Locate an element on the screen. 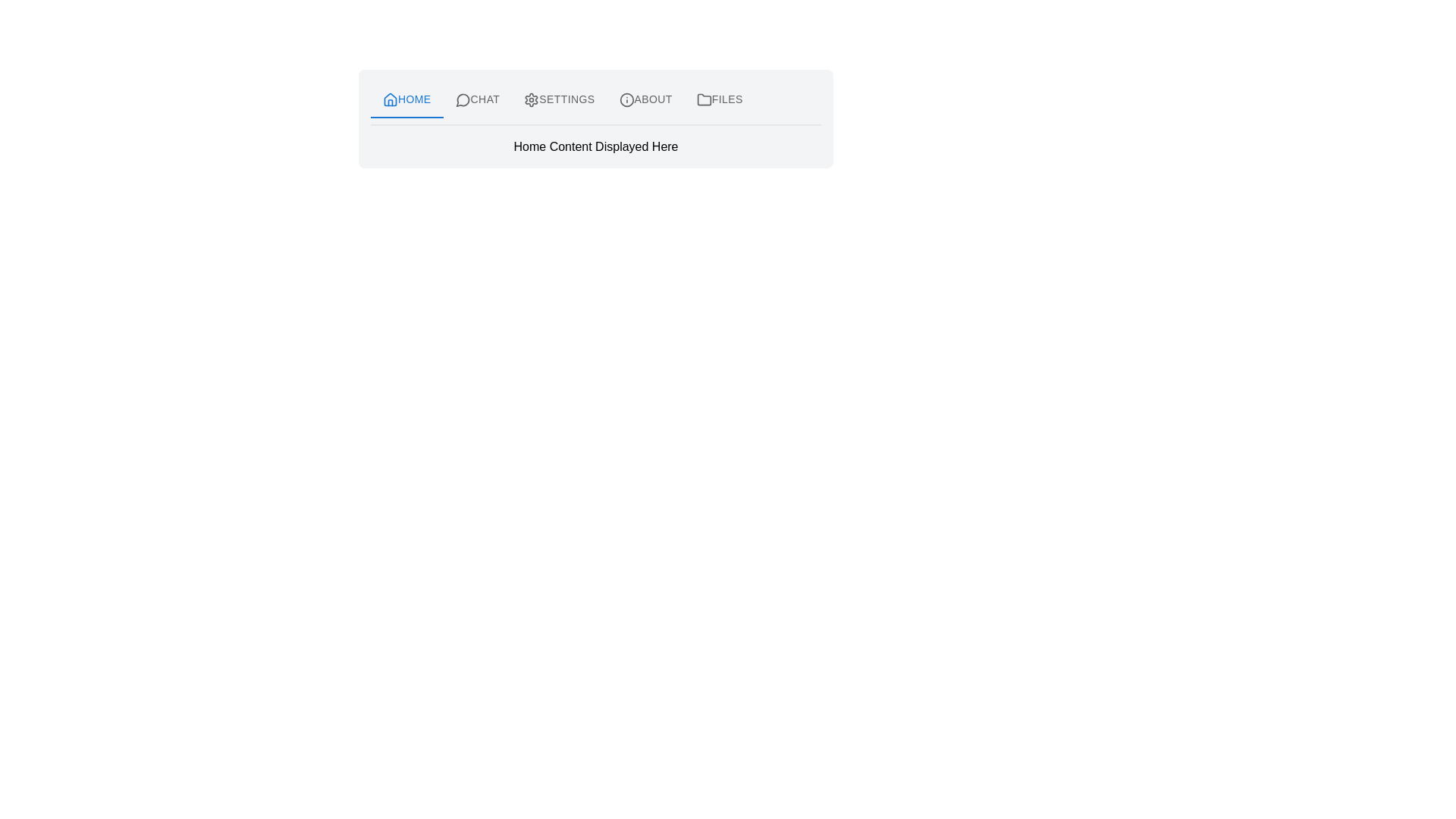 This screenshot has height=819, width=1456. the decorative graphical element that is part of a circular icon, located in the navigation bar between the 'HOME' and 'SETTINGS' icons is located at coordinates (462, 100).